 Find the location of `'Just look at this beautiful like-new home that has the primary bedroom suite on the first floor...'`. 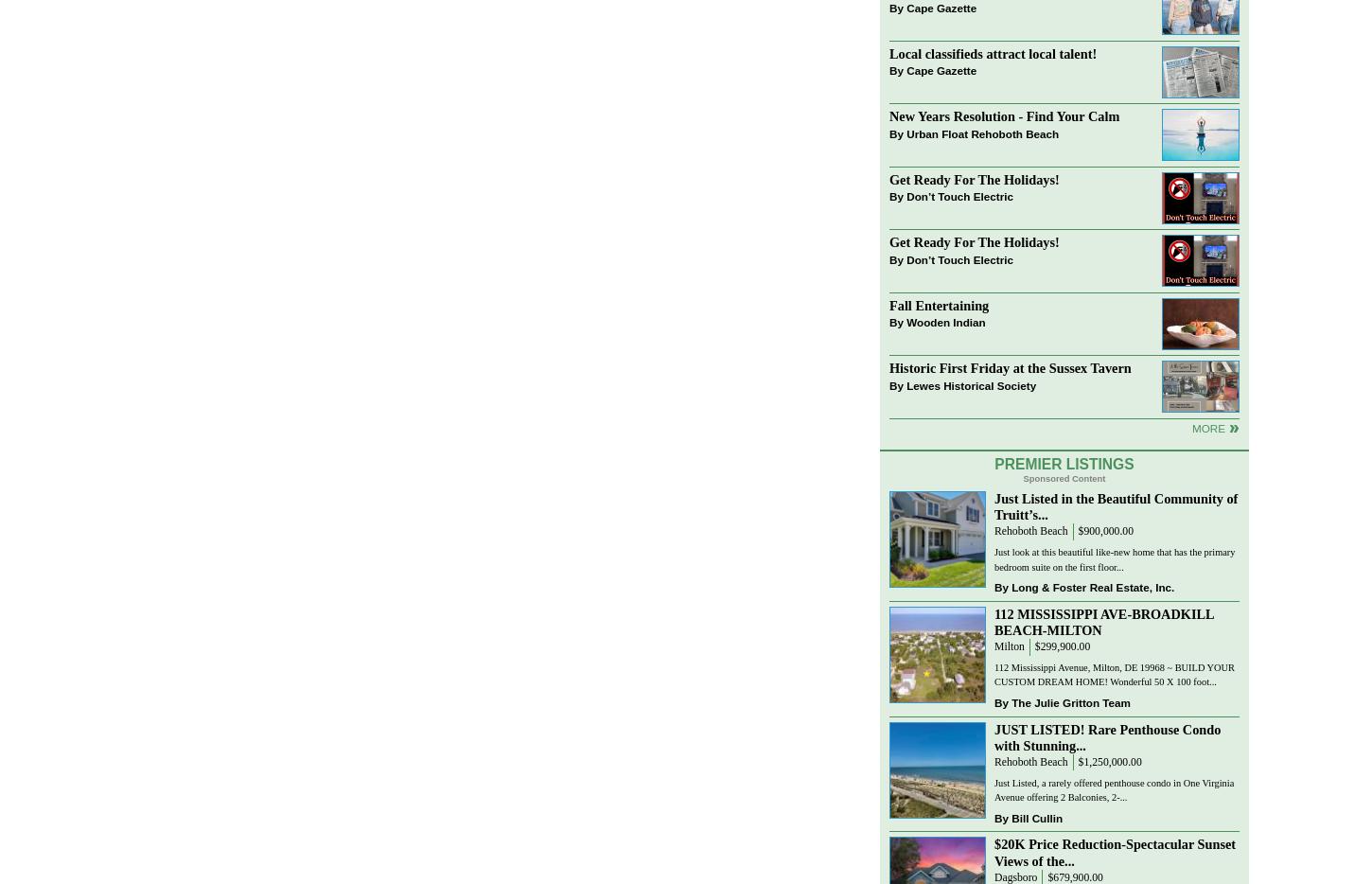

'Just look at this beautiful like-new home that has the primary bedroom suite on the first floor...' is located at coordinates (1113, 558).